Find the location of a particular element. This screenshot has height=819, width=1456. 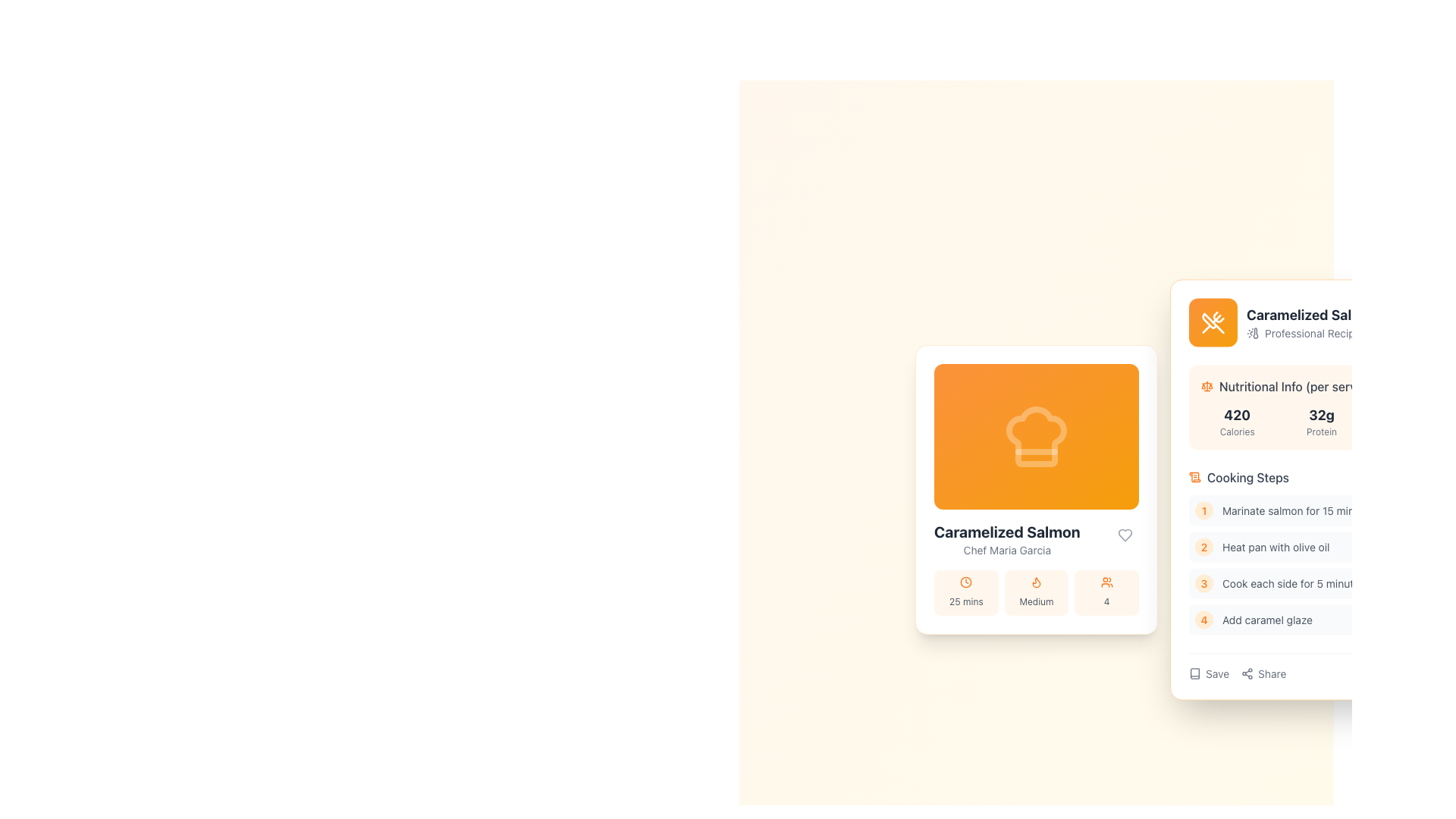

the text element displaying the calorie content located under the header 'Nutritional Info (per serving)' and above the label 'Calories' is located at coordinates (1237, 415).